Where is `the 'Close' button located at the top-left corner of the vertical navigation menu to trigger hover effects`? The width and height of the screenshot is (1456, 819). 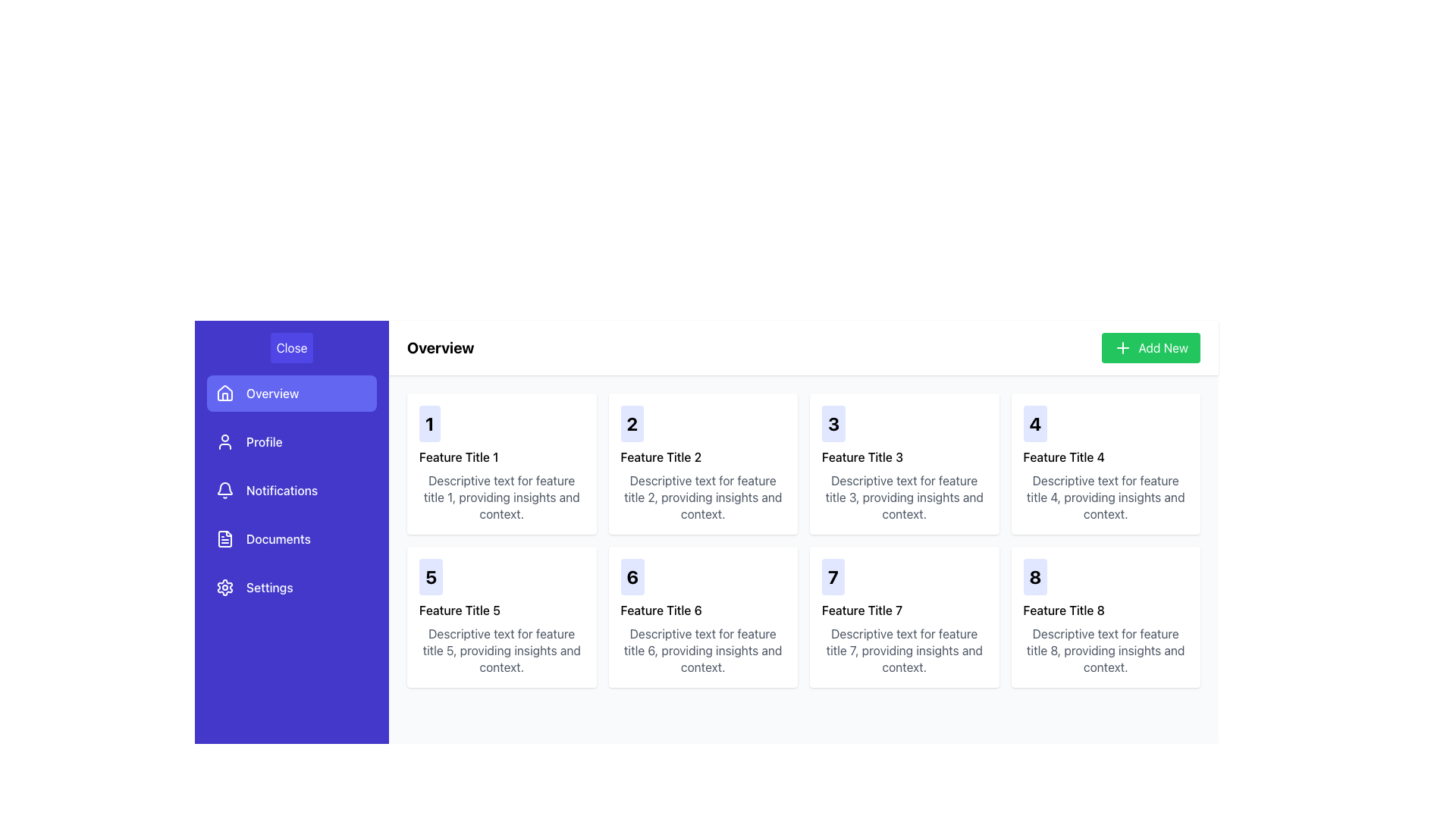 the 'Close' button located at the top-left corner of the vertical navigation menu to trigger hover effects is located at coordinates (291, 348).